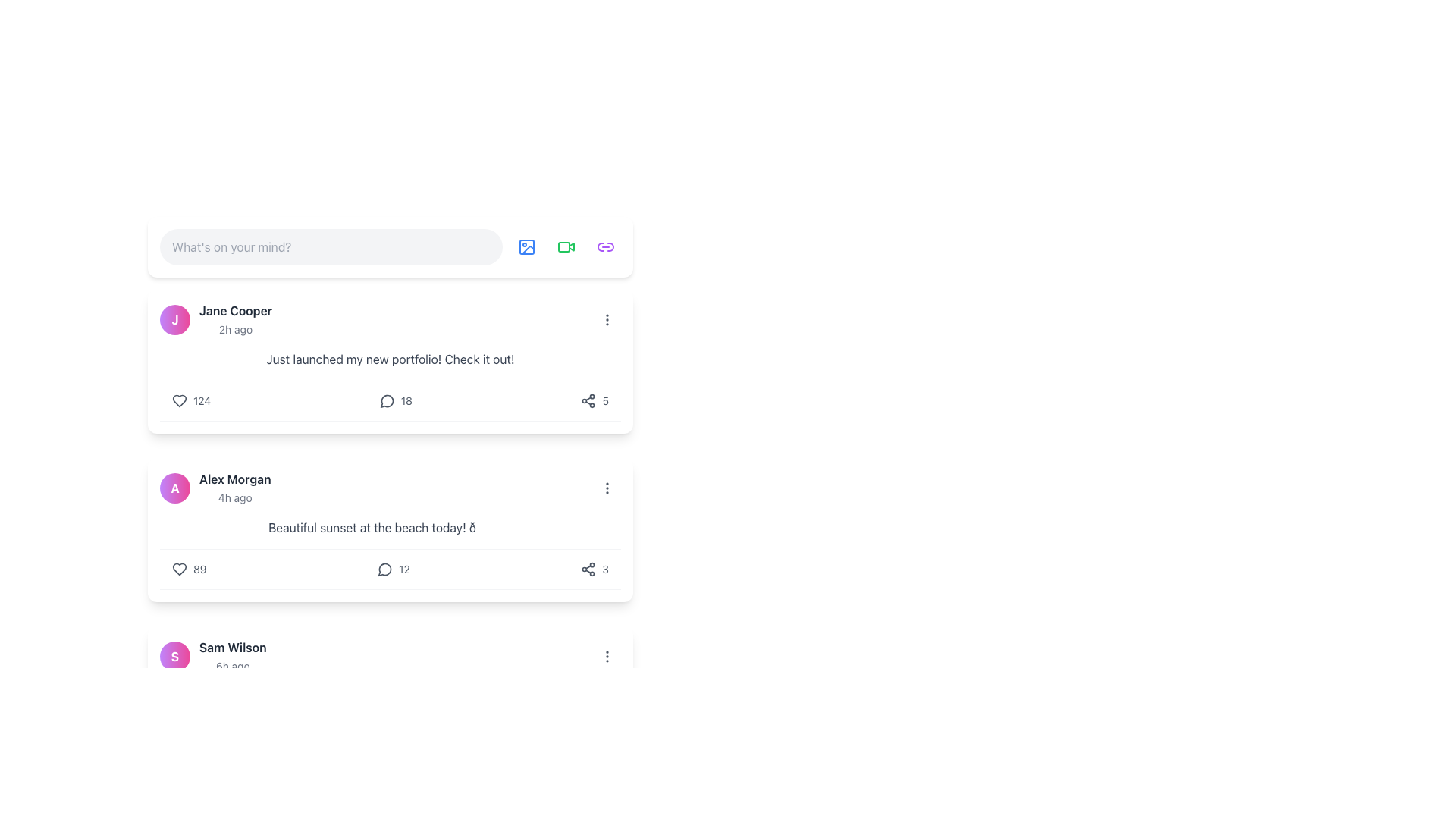 Image resolution: width=1456 pixels, height=819 pixels. Describe the element at coordinates (188, 570) in the screenshot. I see `the like button, which features an outlined gray heart icon followed by the text '89', located at the bottom-left corner of the post by 'Alex Morgan'` at that location.